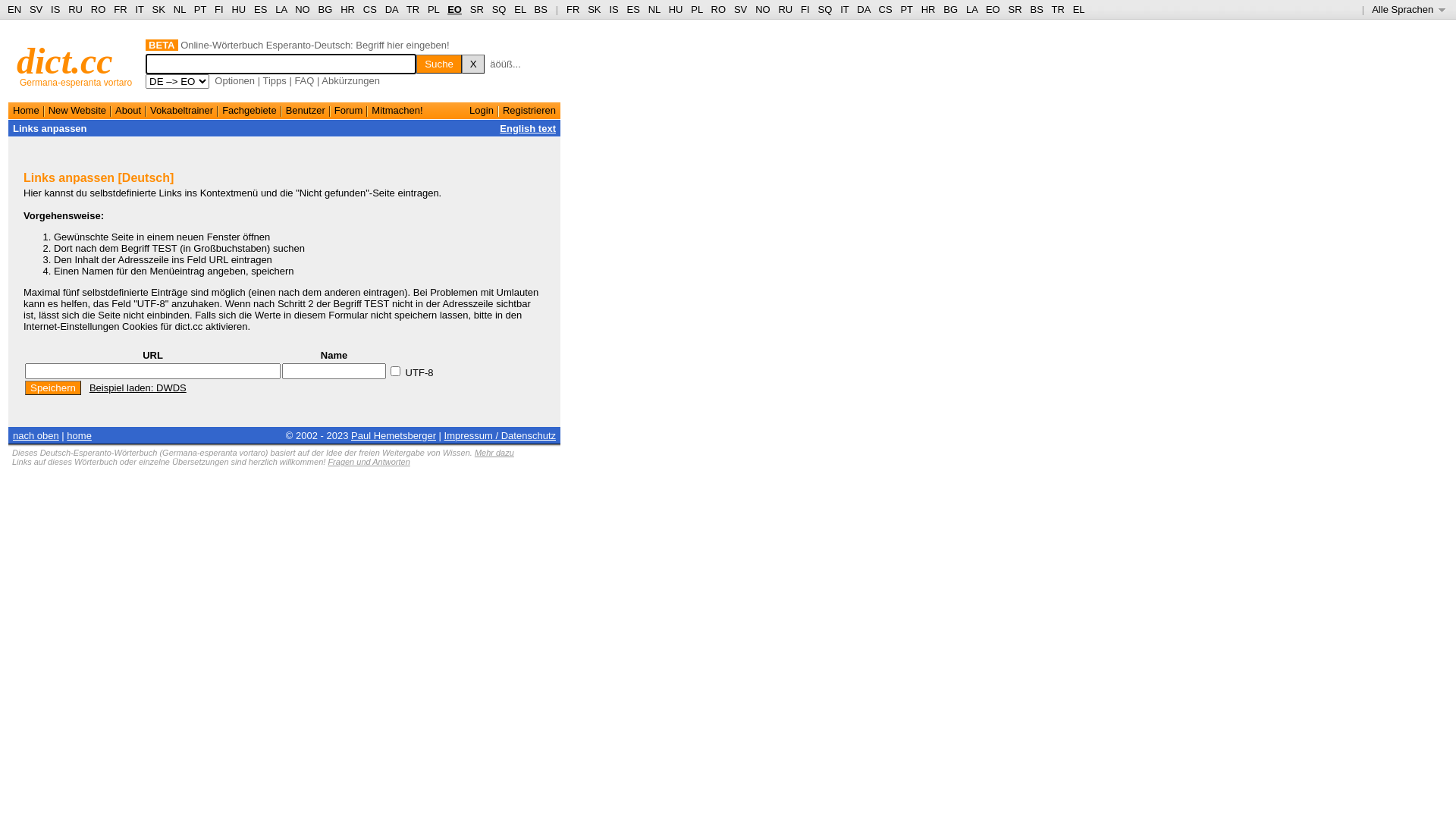 The height and width of the screenshot is (819, 1456). I want to click on 'Suche', so click(438, 63).